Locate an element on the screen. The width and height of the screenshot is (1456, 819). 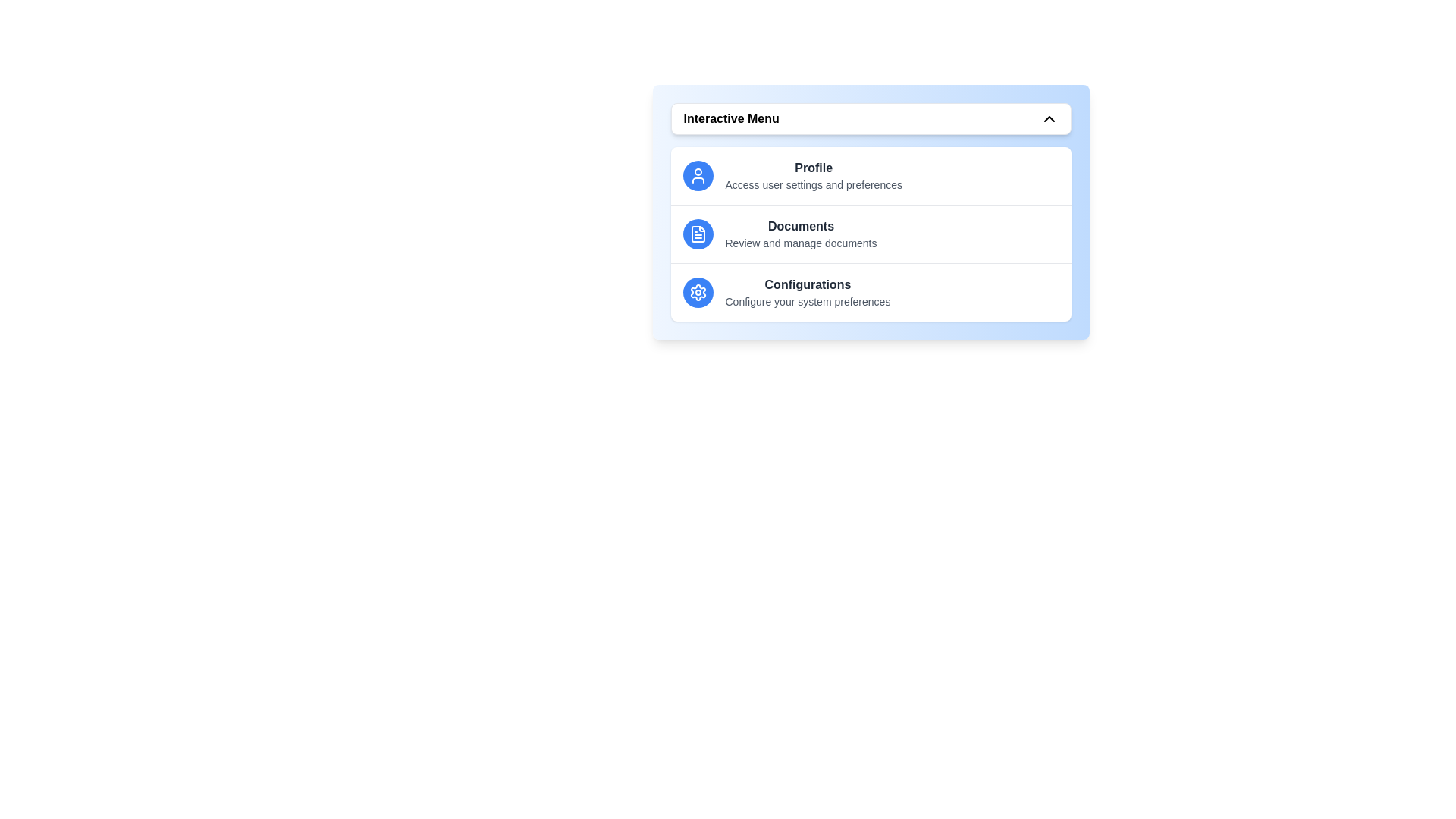
the menu item titled 'Documents' to trigger its associated action is located at coordinates (800, 227).